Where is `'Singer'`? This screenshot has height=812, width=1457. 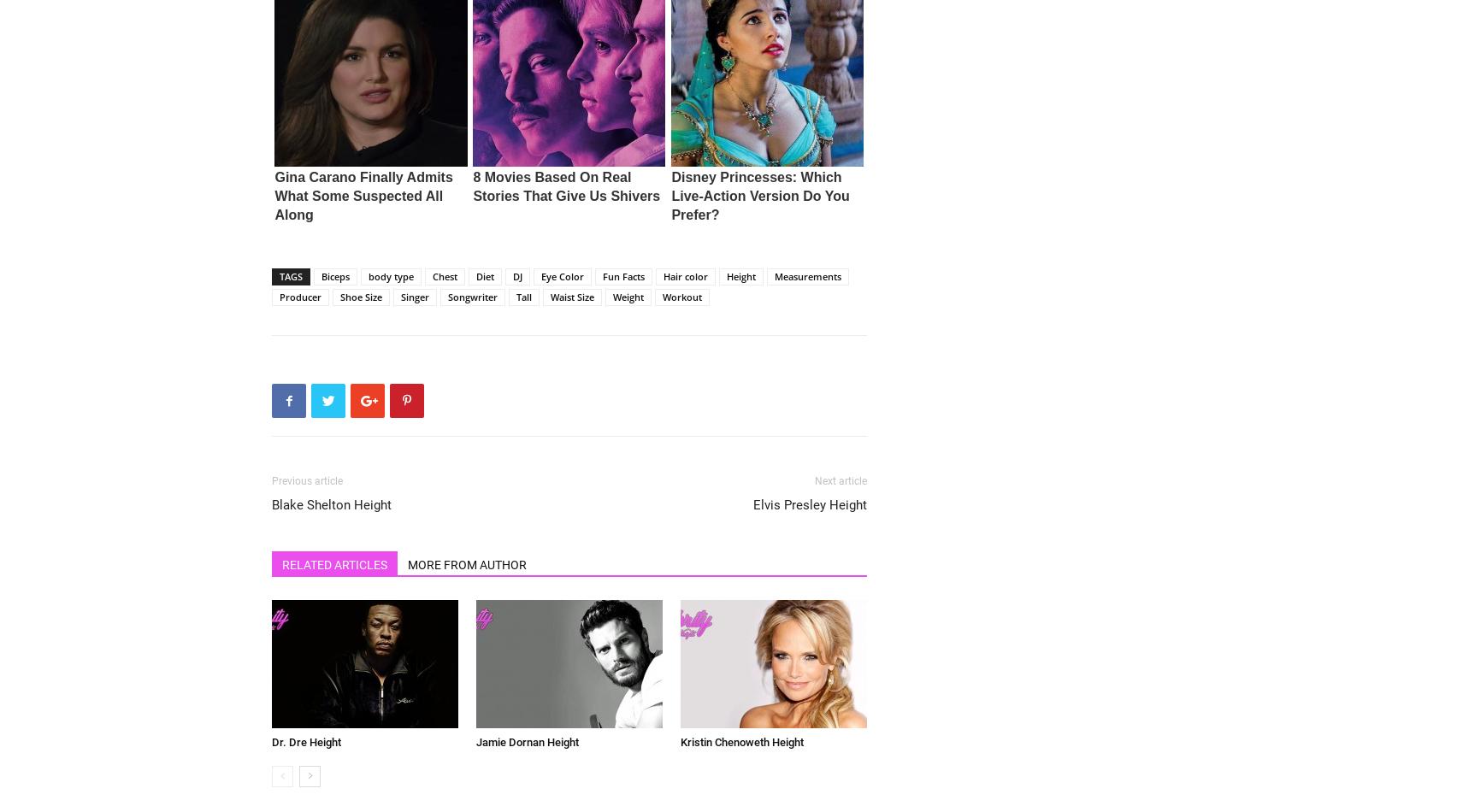 'Singer' is located at coordinates (415, 296).